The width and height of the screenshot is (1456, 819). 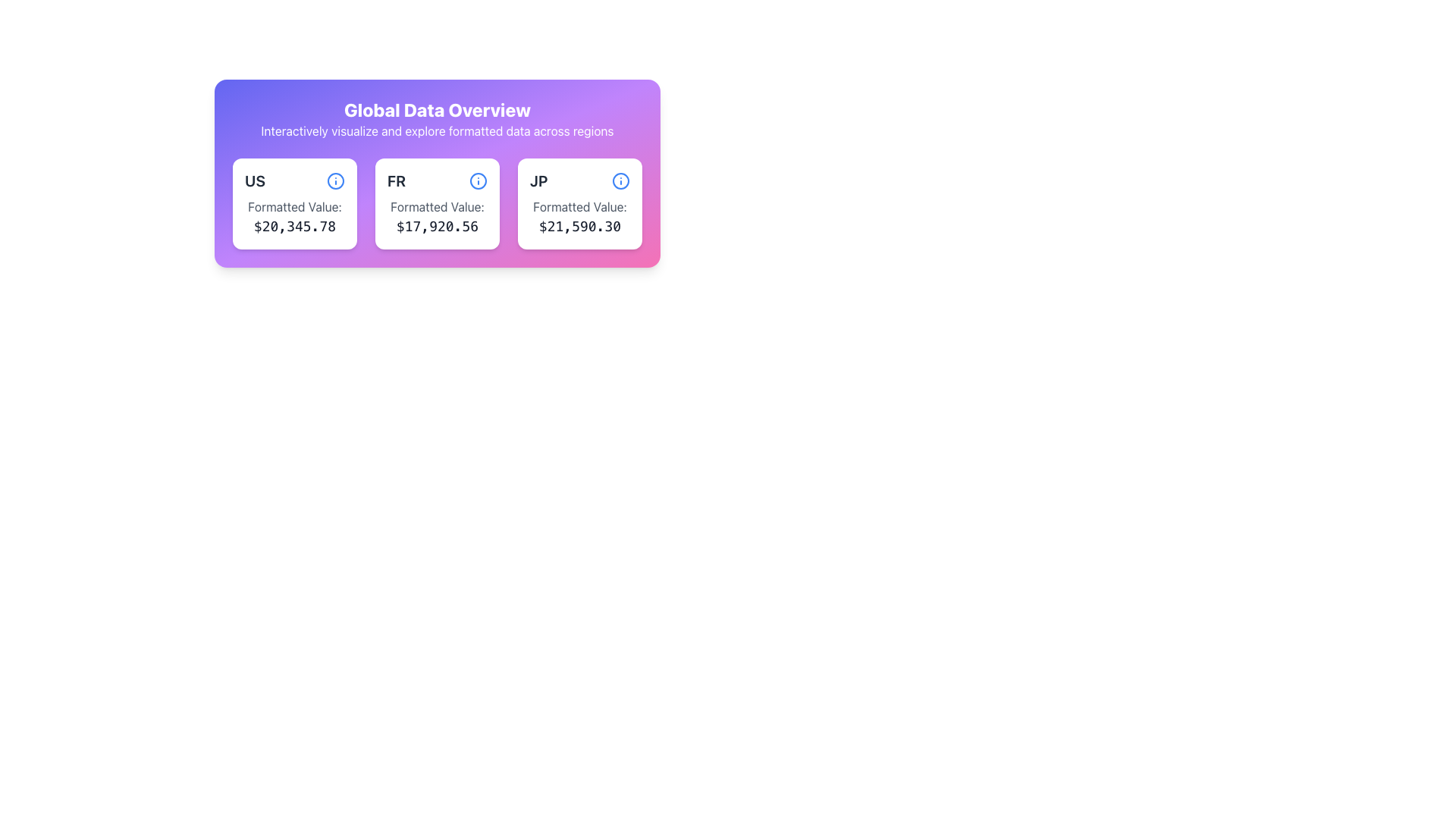 What do you see at coordinates (436, 203) in the screenshot?
I see `the information displayed on the central card of the grid layout containing informational cards in the 'Global Data Overview' section` at bounding box center [436, 203].